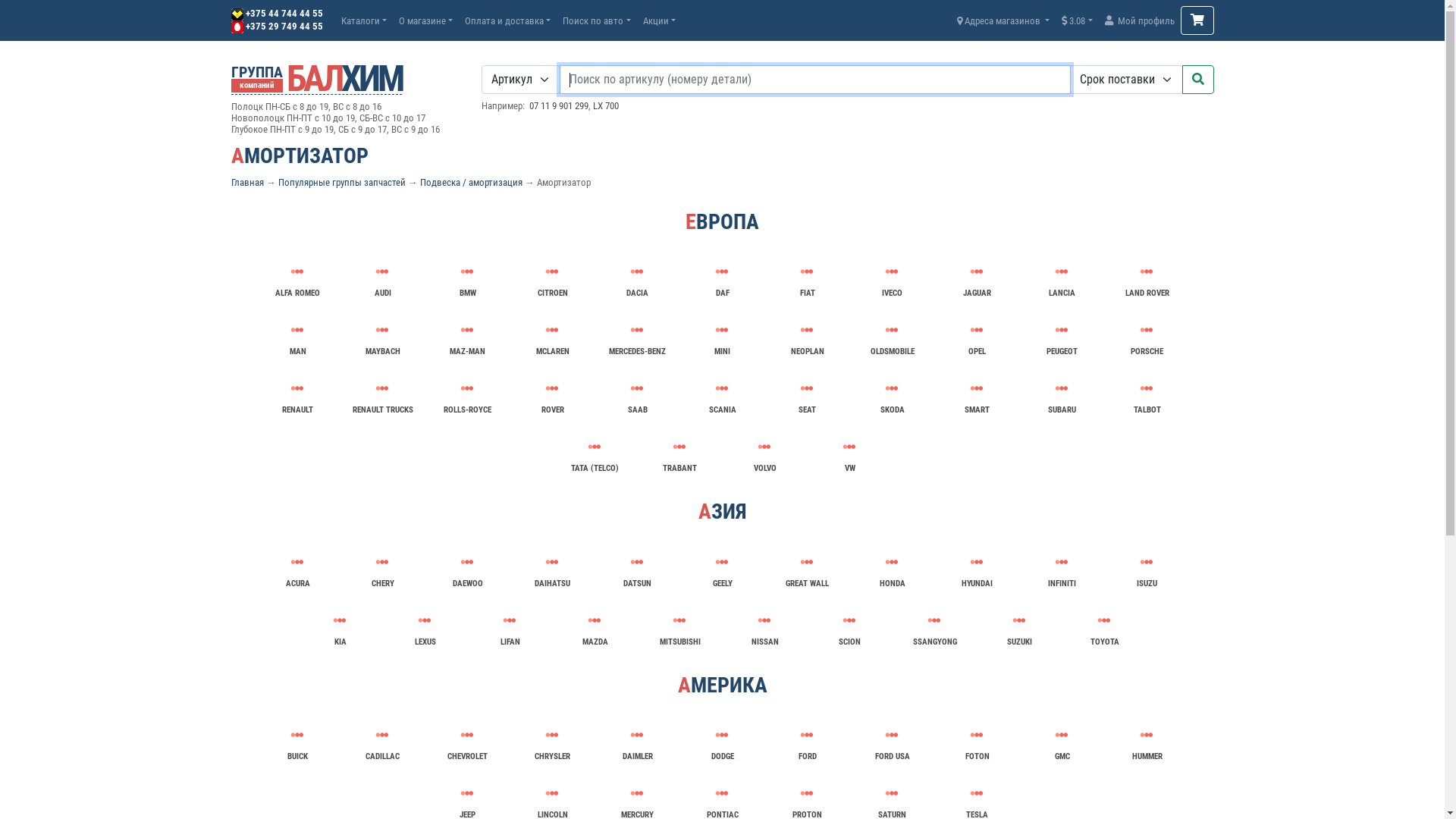  Describe the element at coordinates (551, 329) in the screenshot. I see `'MCLAREN'` at that location.